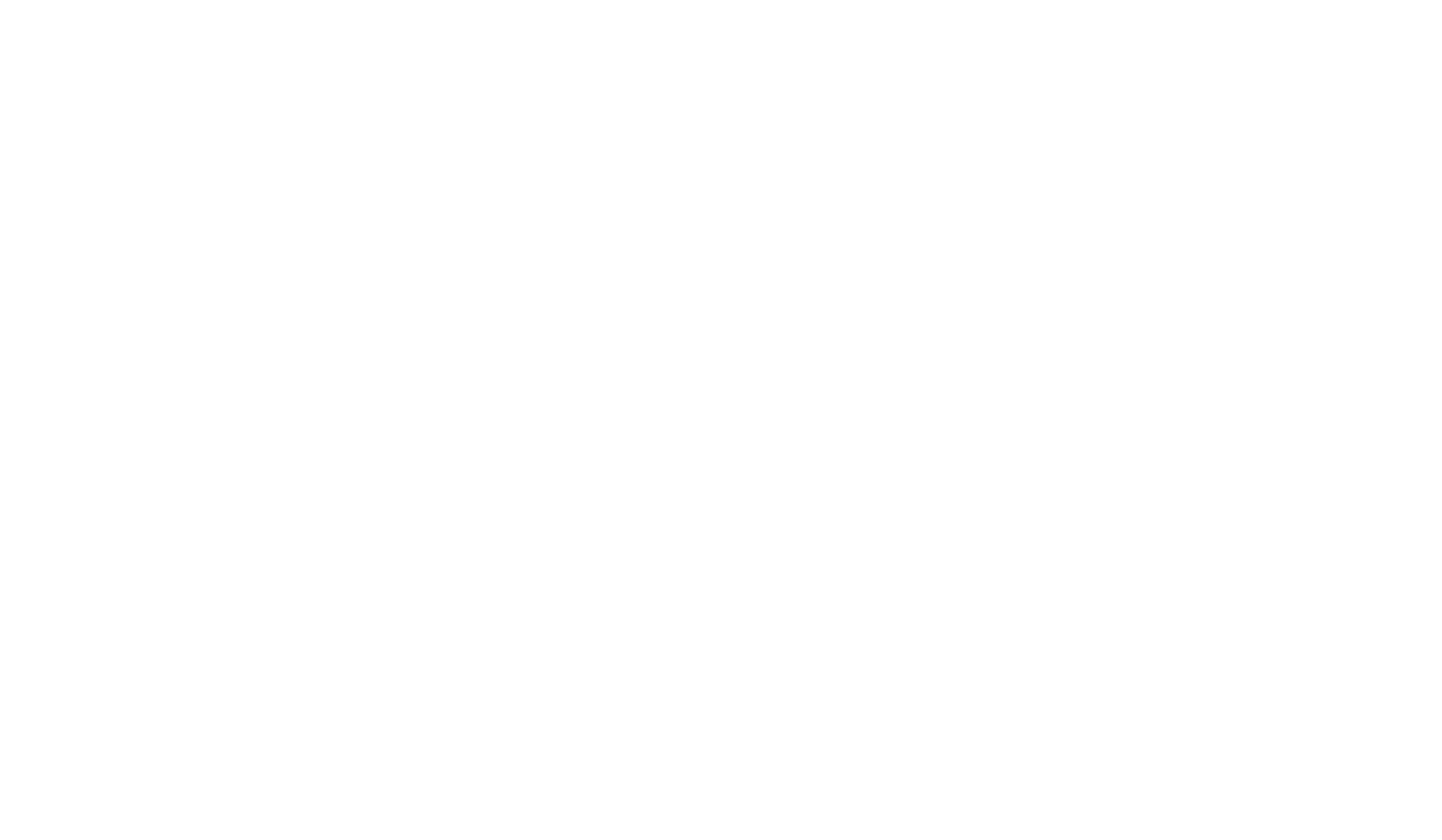 The height and width of the screenshot is (840, 1442). I want to click on 'Take advantage of both preventative and emergency services.', so click(502, 825).